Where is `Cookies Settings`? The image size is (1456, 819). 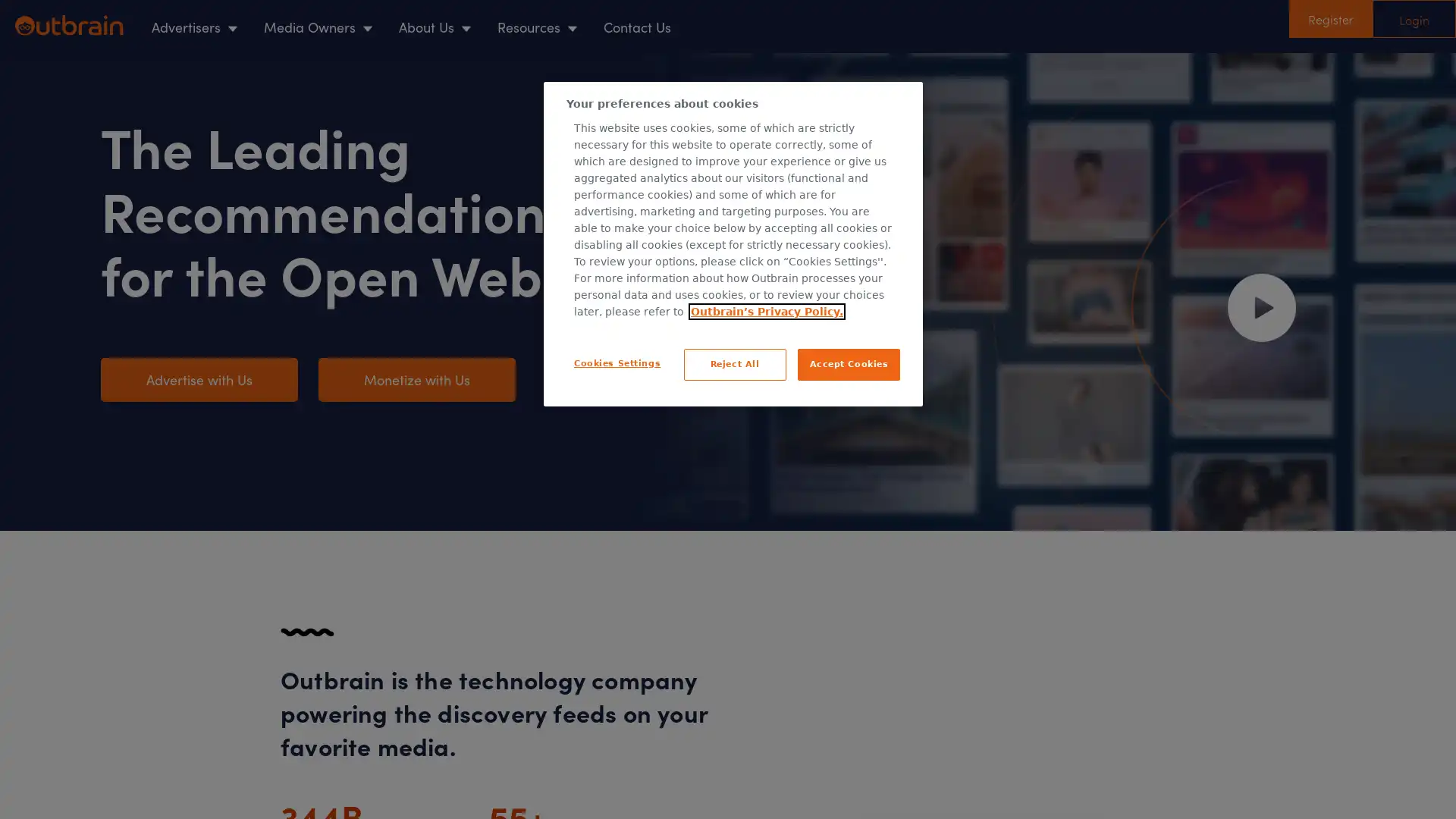
Cookies Settings is located at coordinates (617, 362).